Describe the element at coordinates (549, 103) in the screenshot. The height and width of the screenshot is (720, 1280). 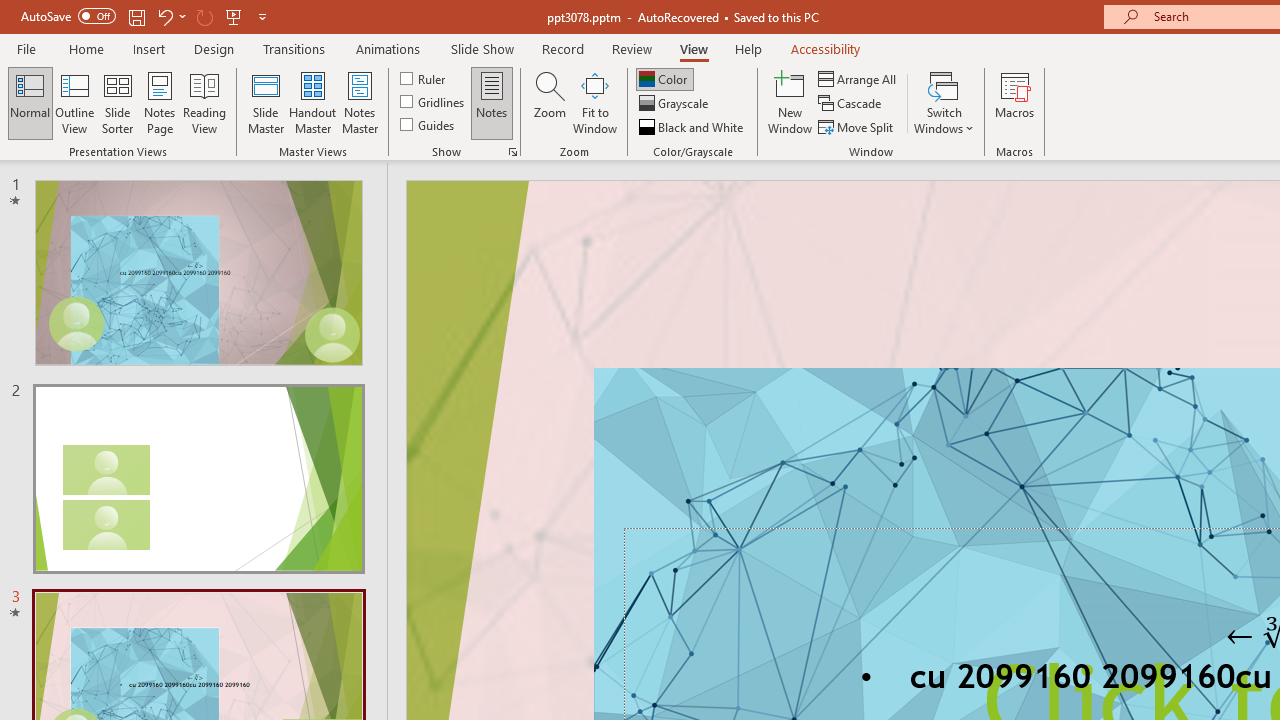
I see `'Zoom...'` at that location.